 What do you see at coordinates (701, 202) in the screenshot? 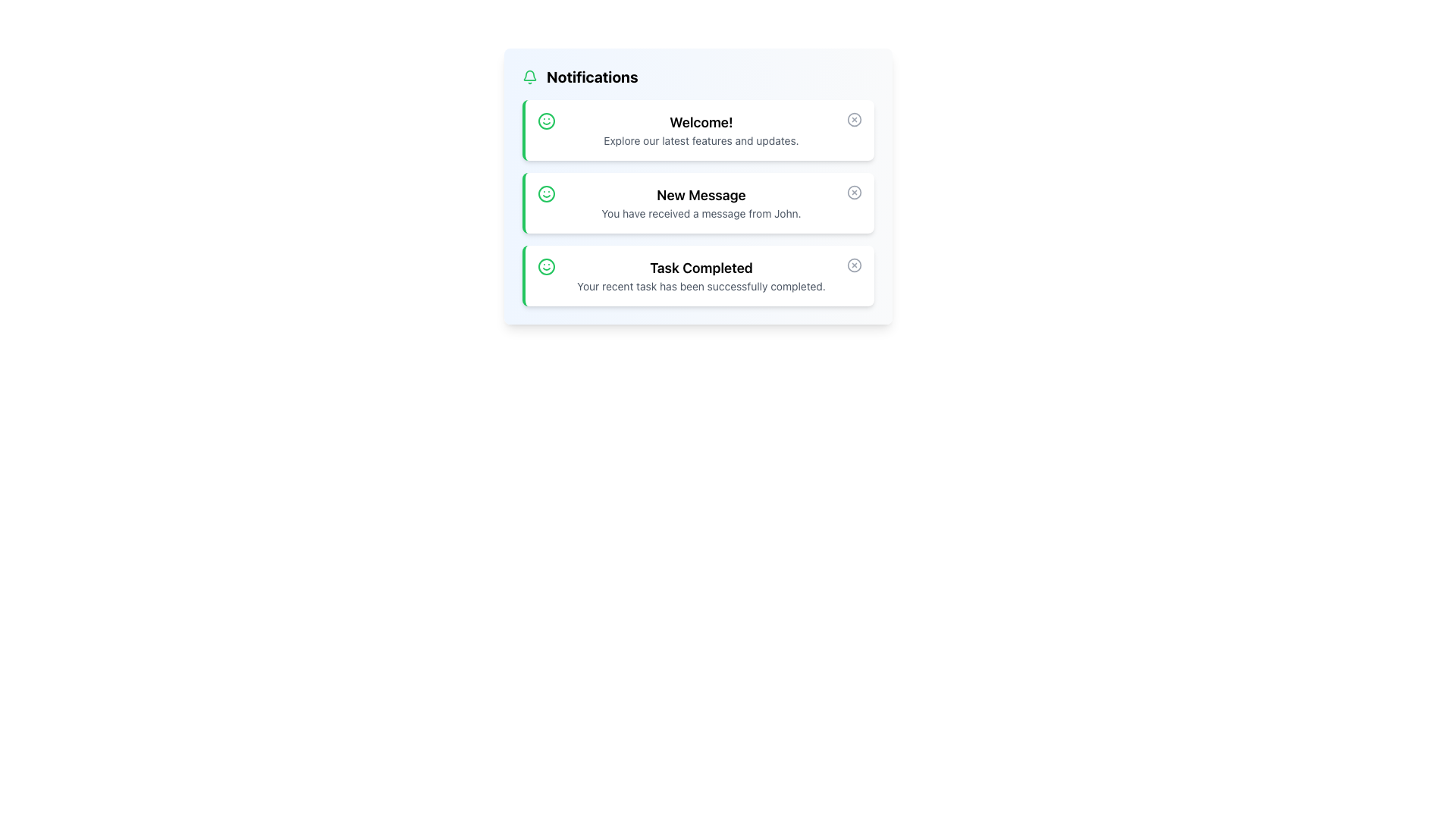
I see `the second notification item in the vertically stacked list that informs the user about a newly received message` at bounding box center [701, 202].